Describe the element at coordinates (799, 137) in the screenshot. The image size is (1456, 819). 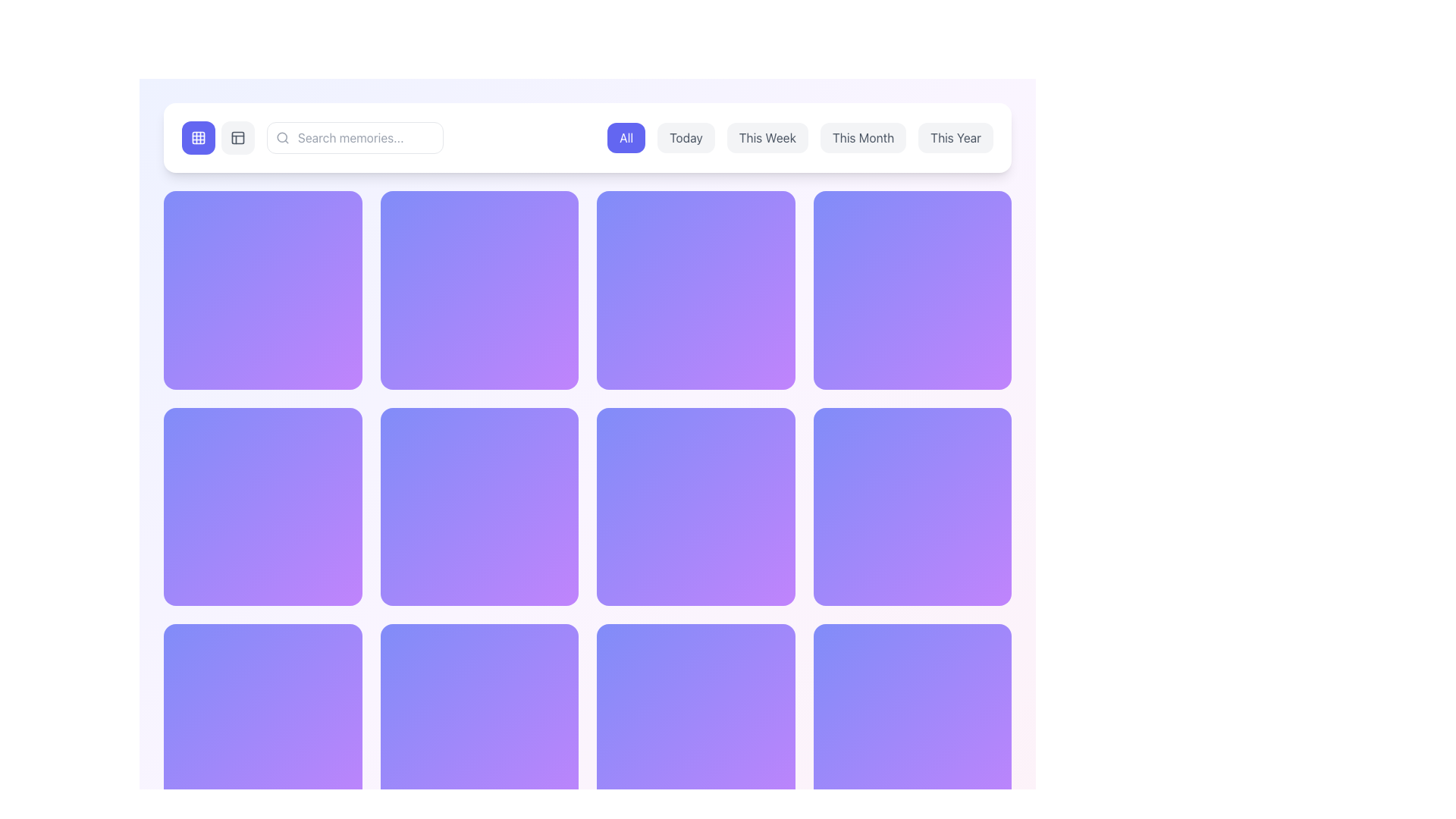
I see `the third button in the horizontally aligned button group at the top of the interface to filter content based on the selected timeframe` at that location.